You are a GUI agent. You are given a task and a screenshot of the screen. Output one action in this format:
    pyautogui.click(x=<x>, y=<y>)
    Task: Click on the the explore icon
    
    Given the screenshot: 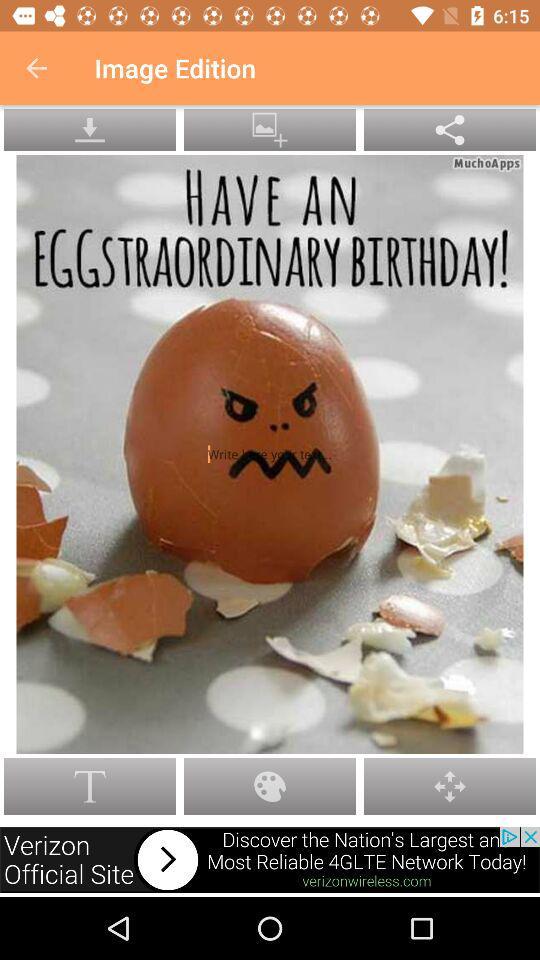 What is the action you would take?
    pyautogui.click(x=449, y=128)
    